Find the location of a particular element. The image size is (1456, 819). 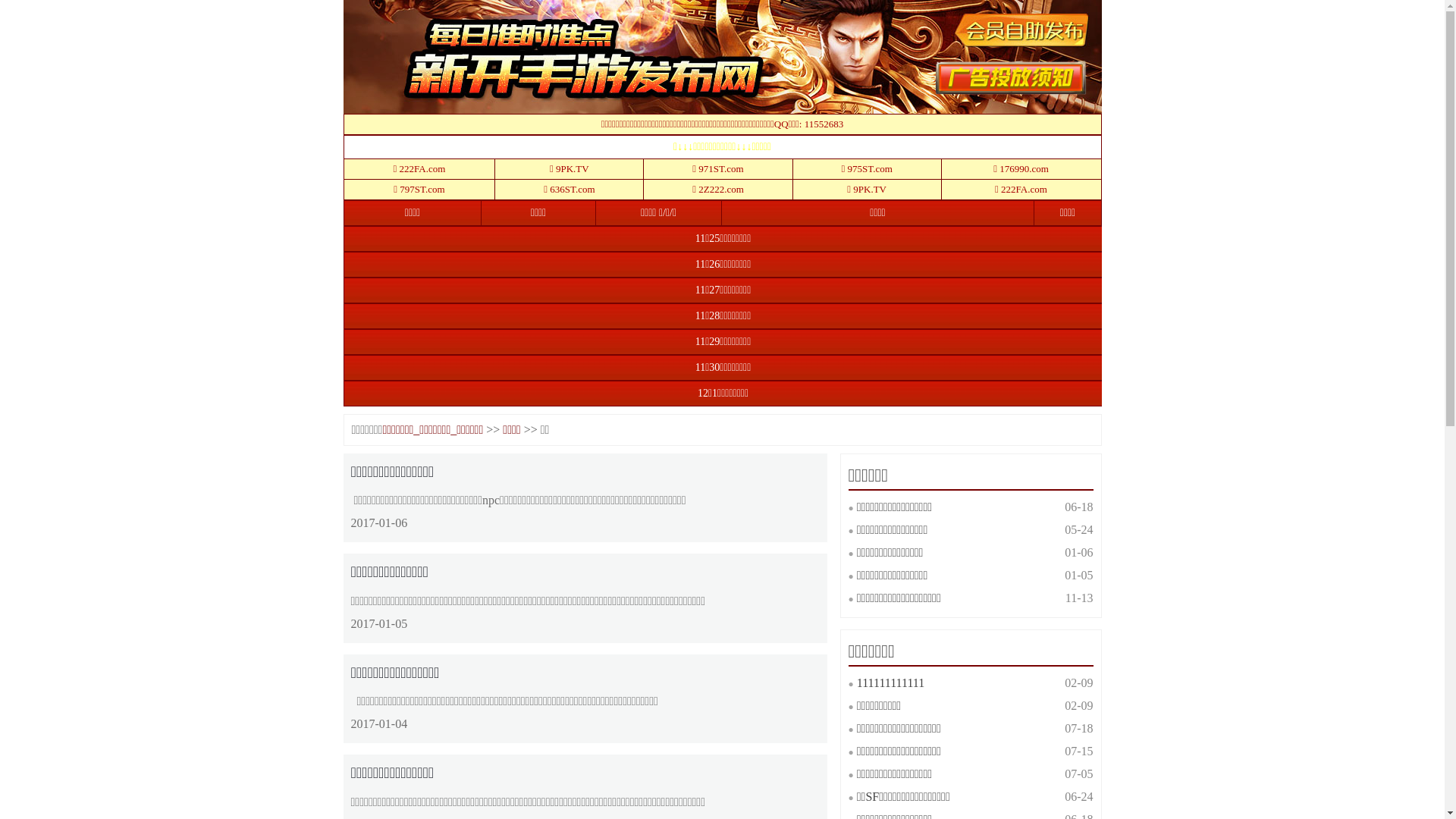

'111111111111' is located at coordinates (856, 682).